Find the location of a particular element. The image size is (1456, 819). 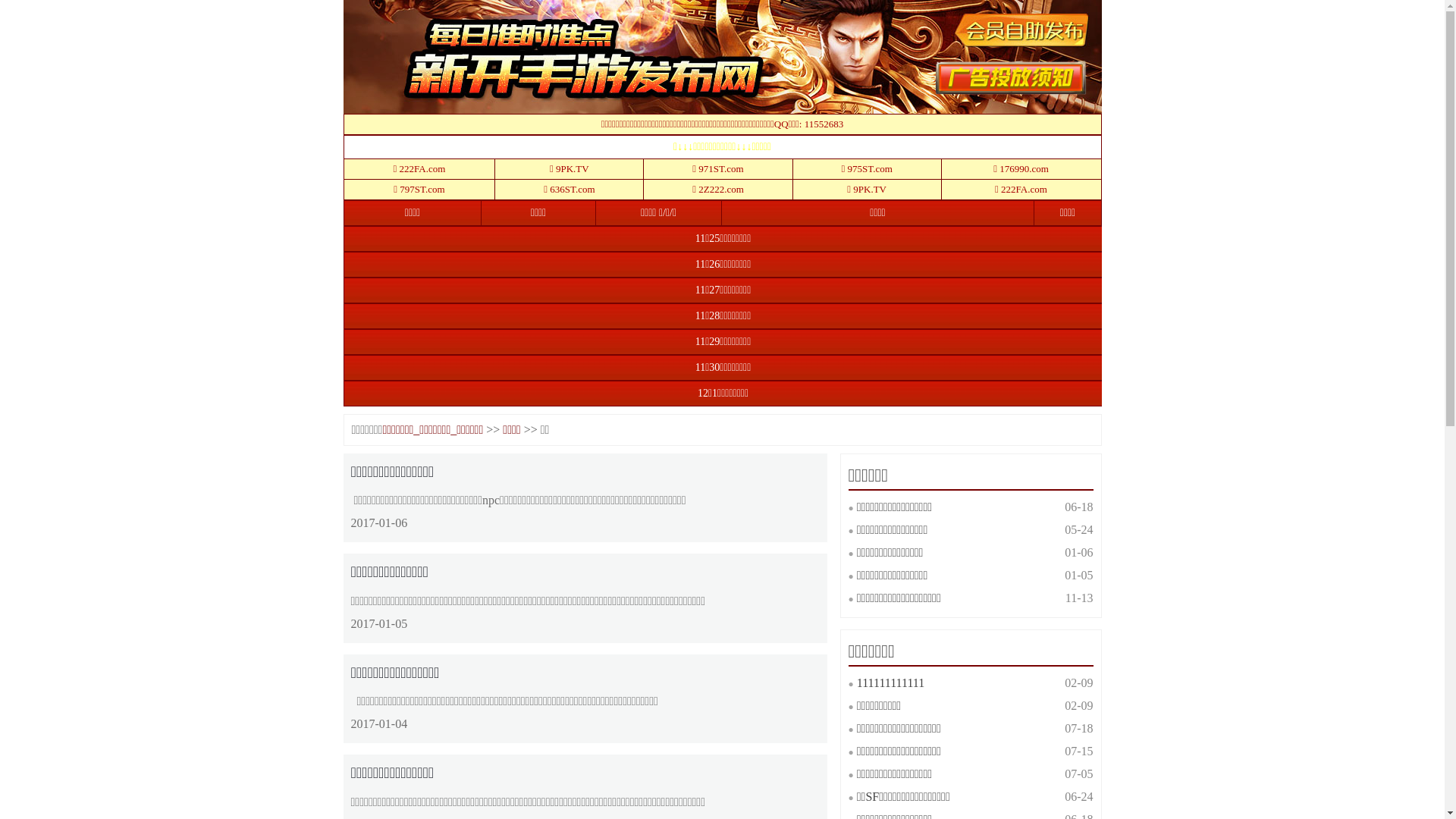

'111111111111' is located at coordinates (856, 682).